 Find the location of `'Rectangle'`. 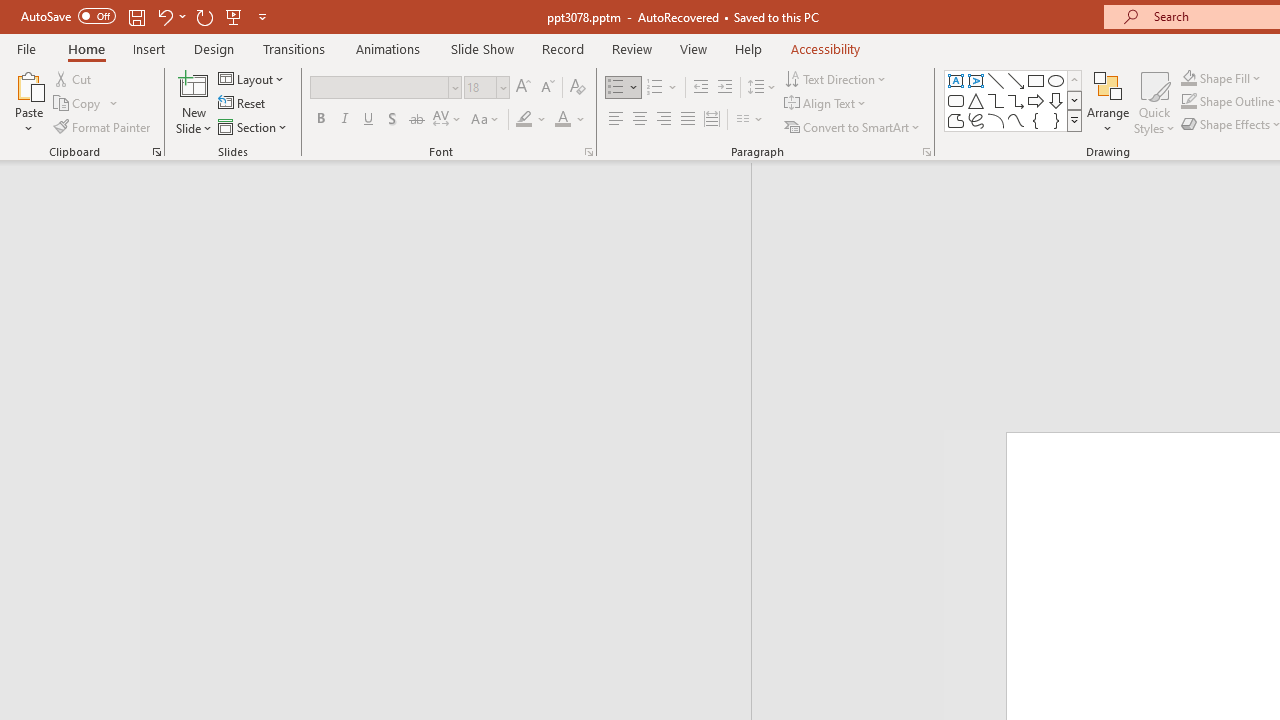

'Rectangle' is located at coordinates (1036, 80).